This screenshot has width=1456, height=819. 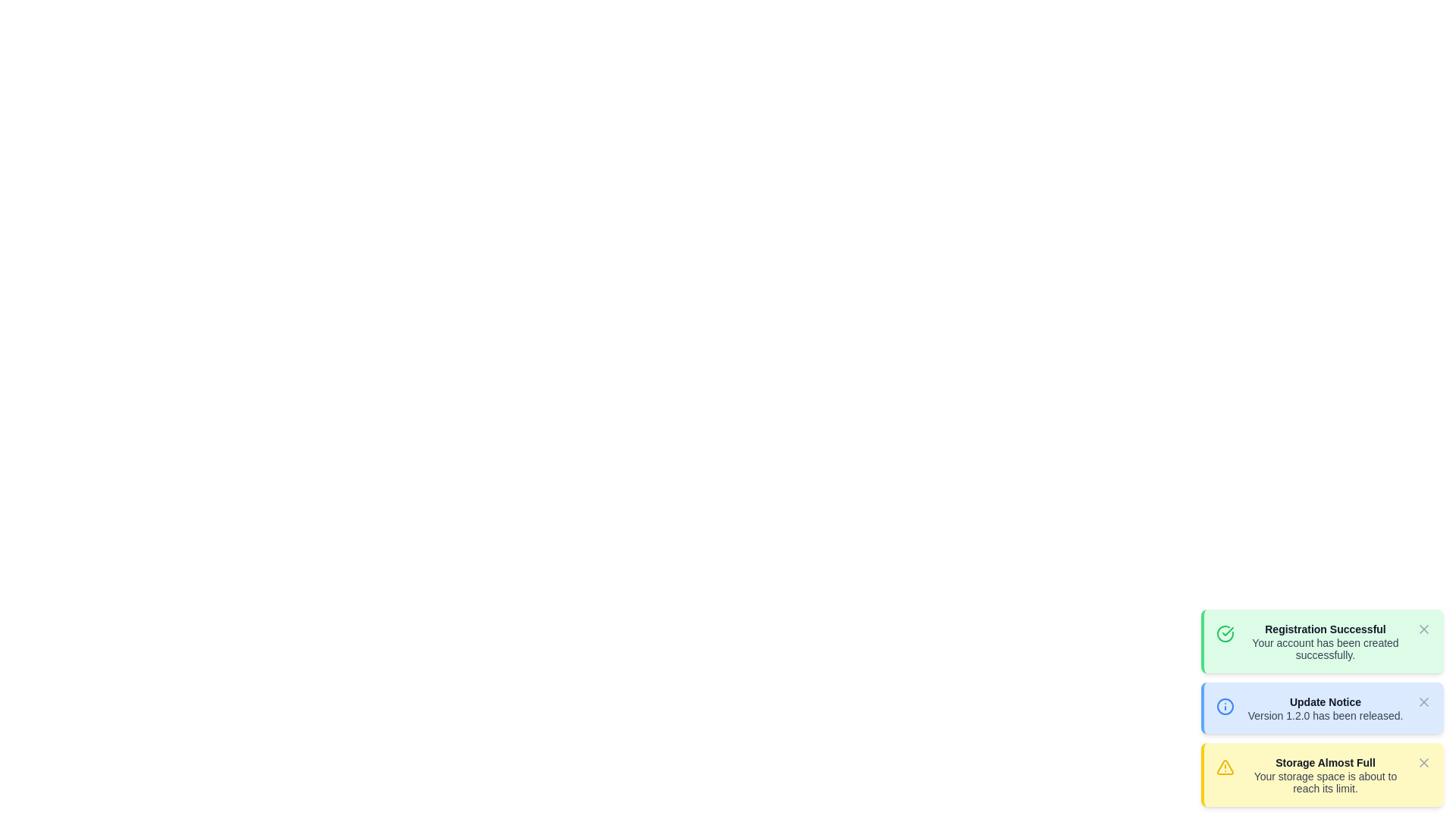 What do you see at coordinates (1423, 629) in the screenshot?
I see `the 'X' icon in the bottom-right corner of the green notification card that reads 'Registration Successful'` at bounding box center [1423, 629].